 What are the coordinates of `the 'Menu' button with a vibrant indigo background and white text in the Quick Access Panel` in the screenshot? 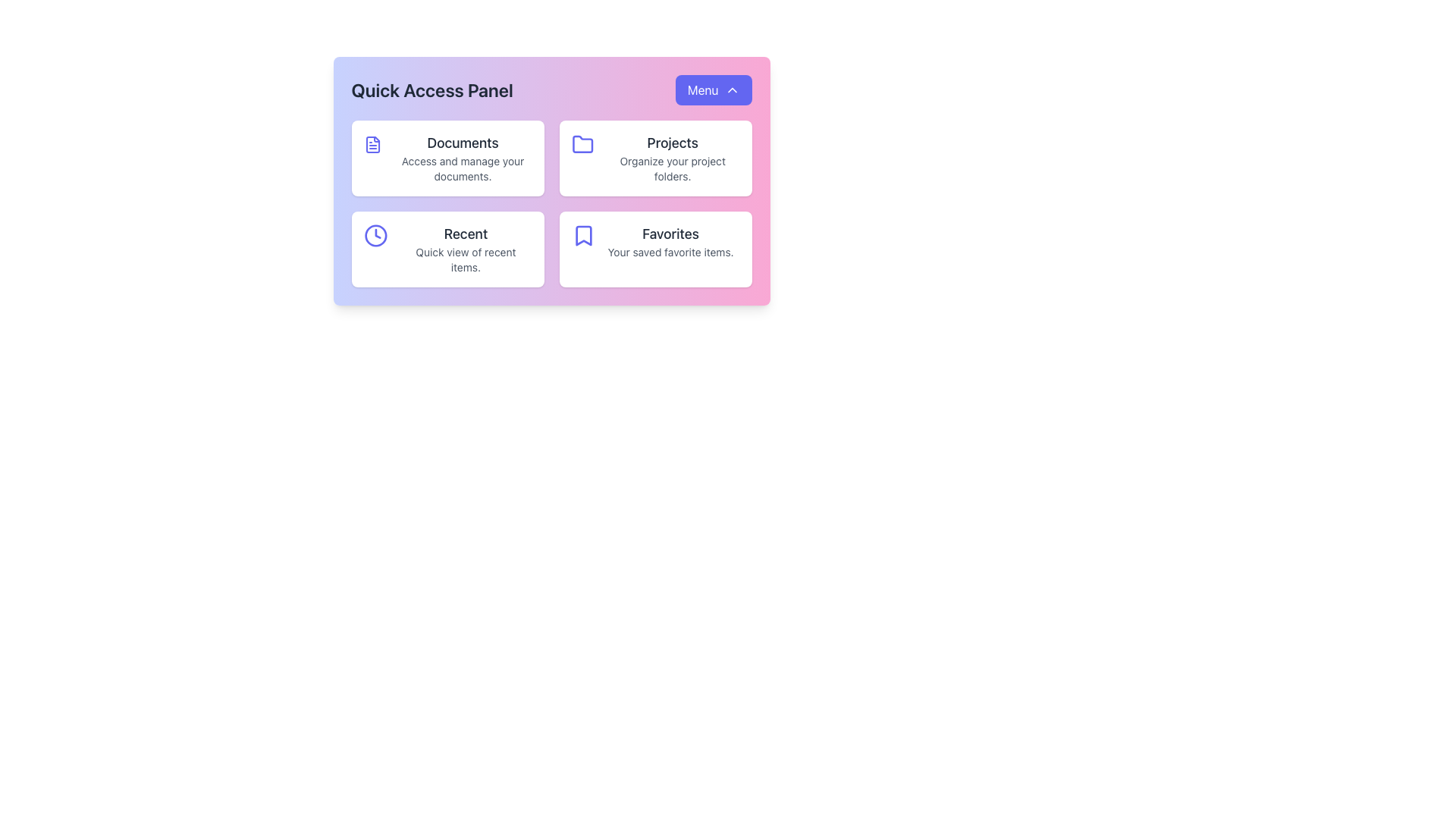 It's located at (713, 90).